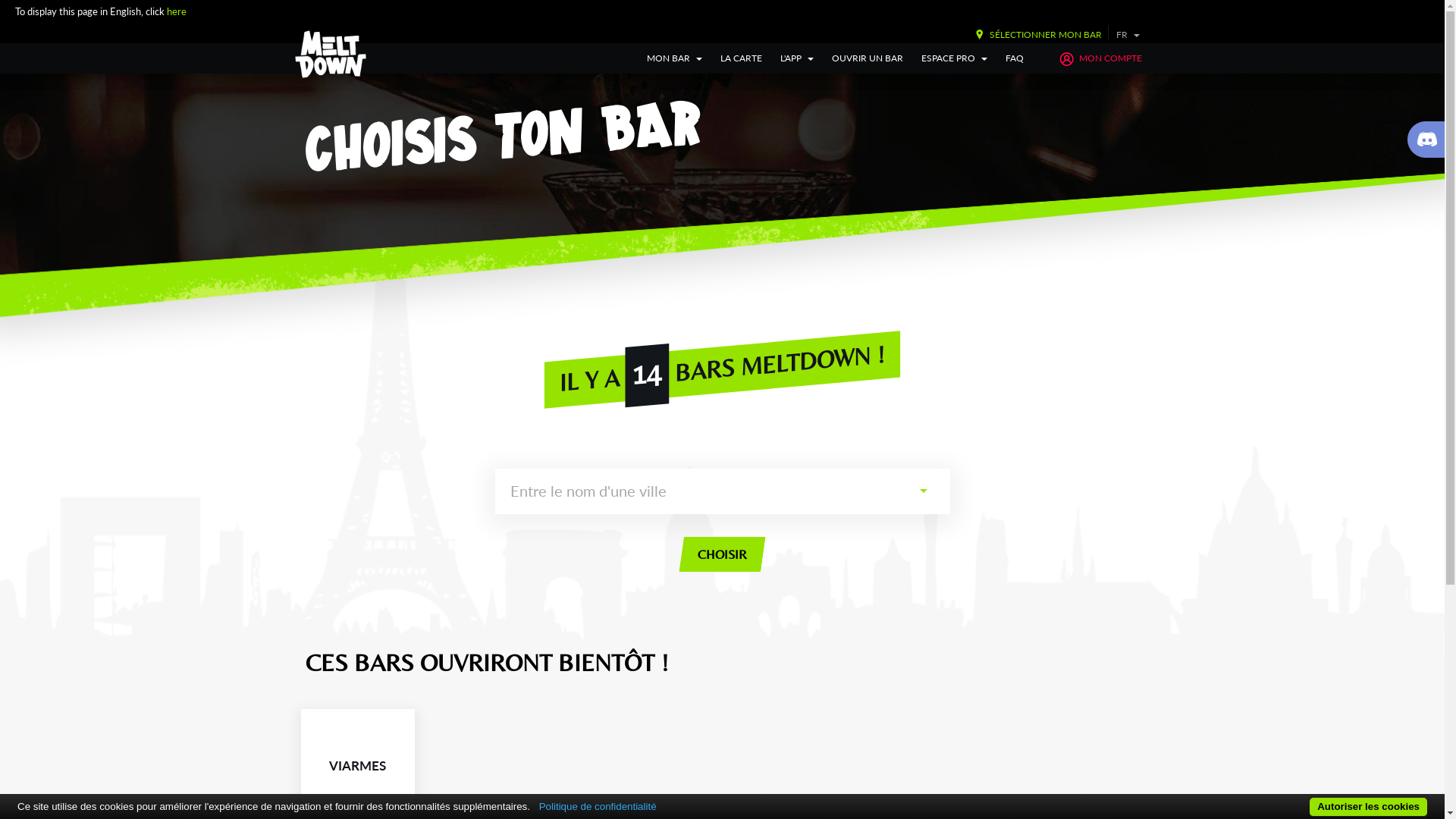  What do you see at coordinates (679, 554) in the screenshot?
I see `'CHOISIR'` at bounding box center [679, 554].